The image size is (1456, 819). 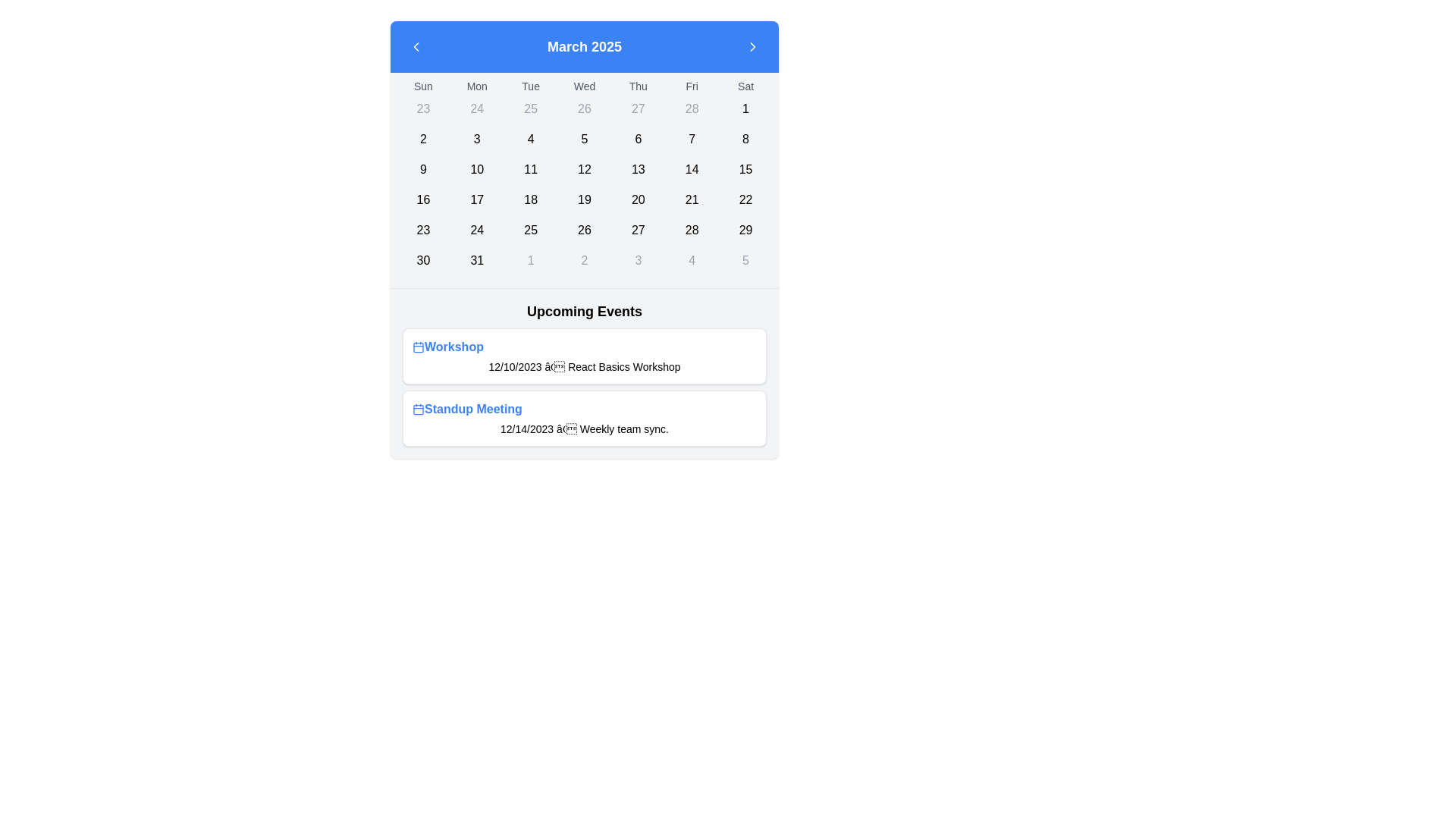 I want to click on the static text label displaying 'Mon', which is located in the top of the calendar view, second among the weekdays, so click(x=476, y=86).